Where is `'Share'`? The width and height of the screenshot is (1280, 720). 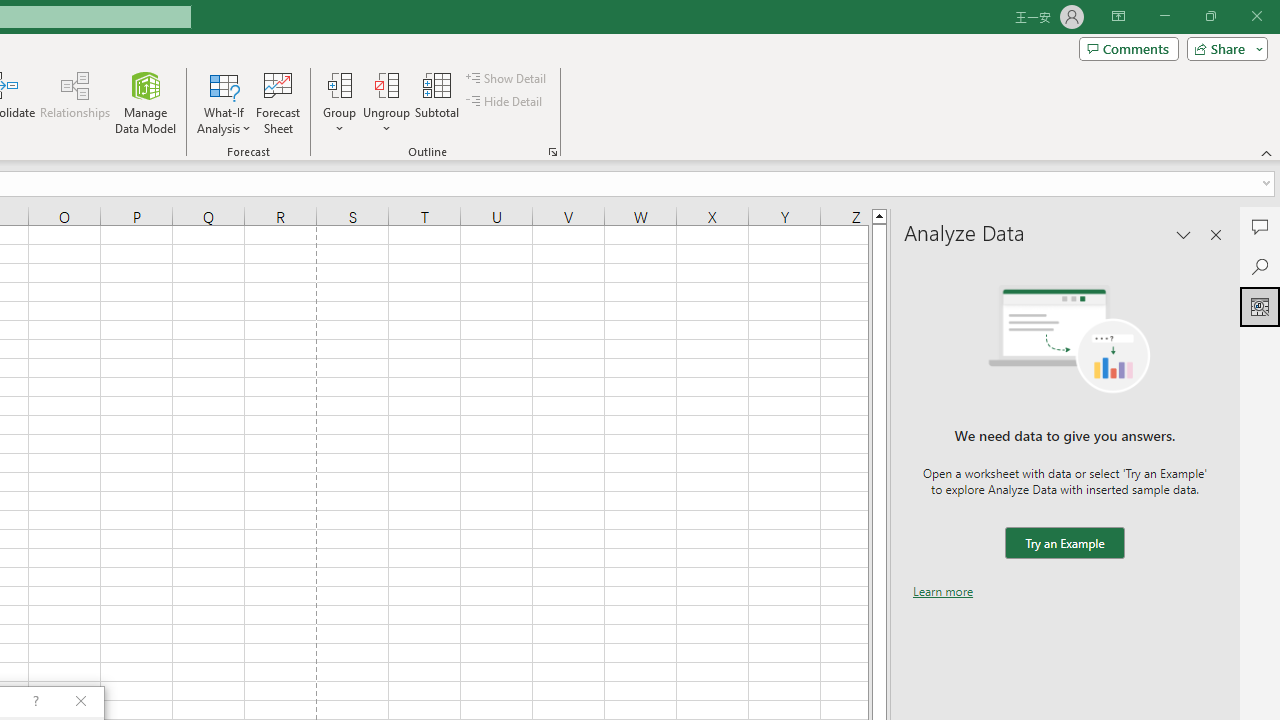 'Share' is located at coordinates (1222, 47).